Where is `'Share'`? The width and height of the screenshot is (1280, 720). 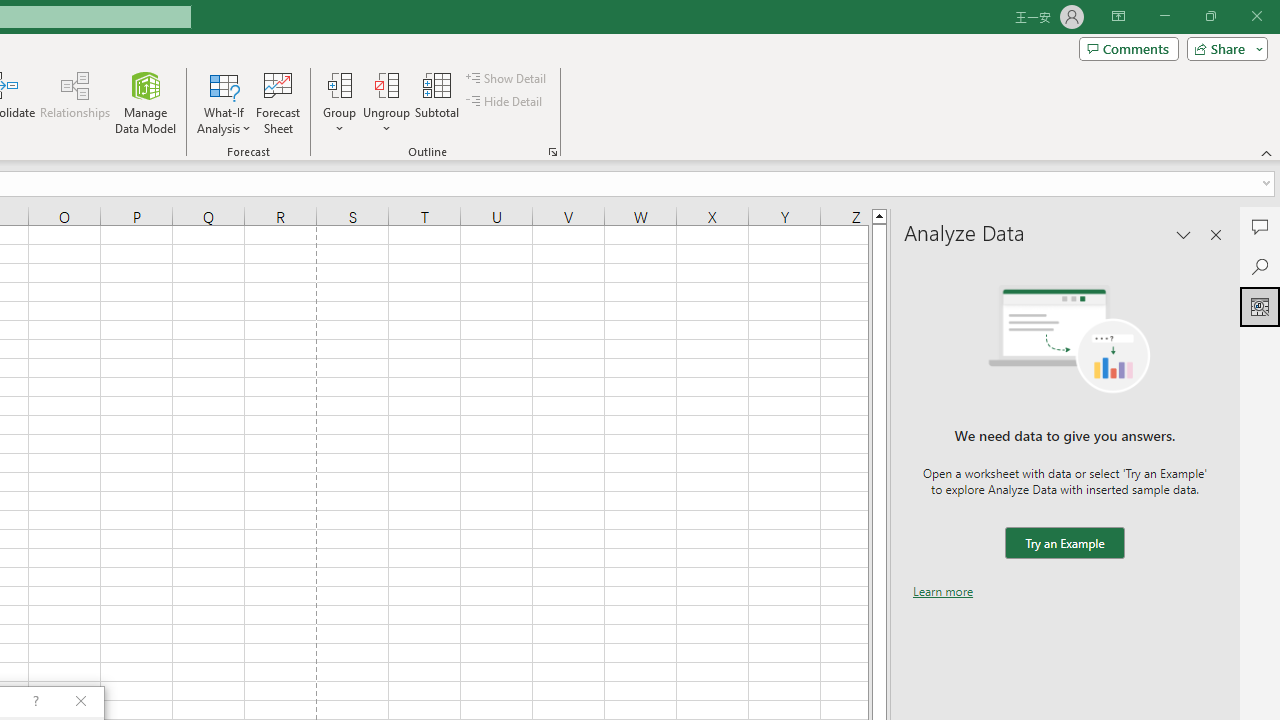 'Share' is located at coordinates (1222, 47).